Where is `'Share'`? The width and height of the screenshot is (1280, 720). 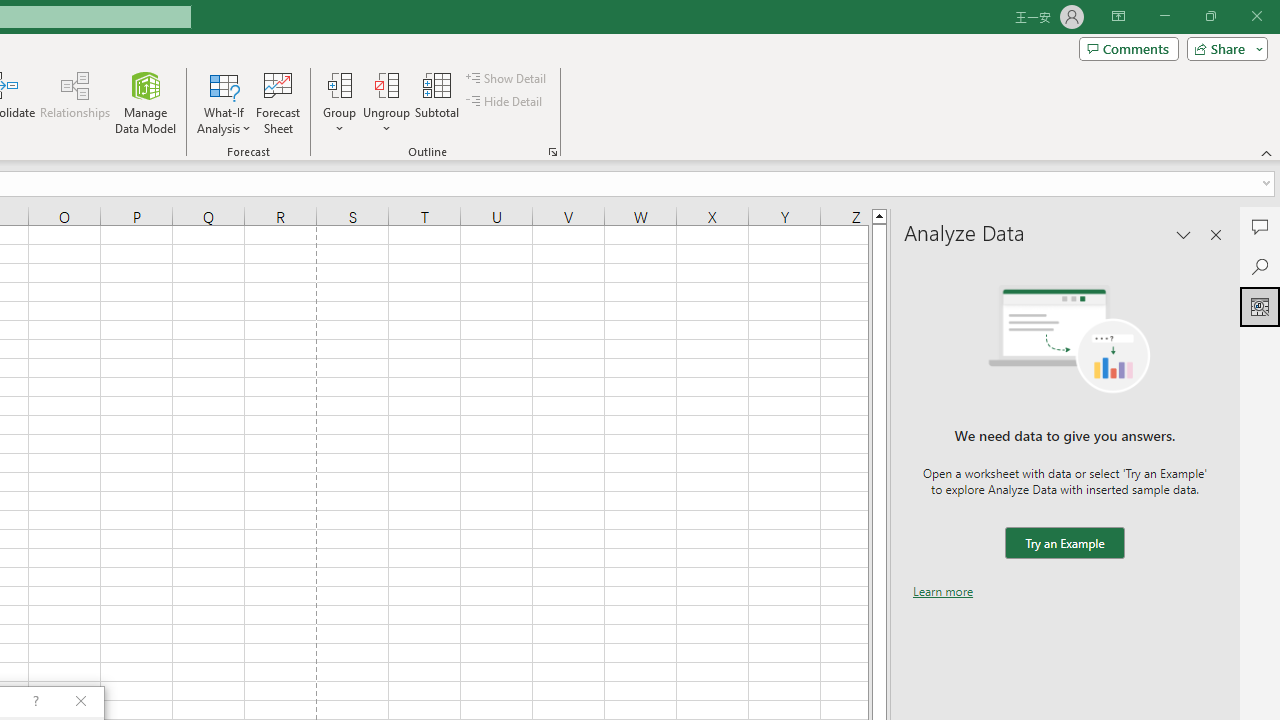 'Share' is located at coordinates (1222, 47).